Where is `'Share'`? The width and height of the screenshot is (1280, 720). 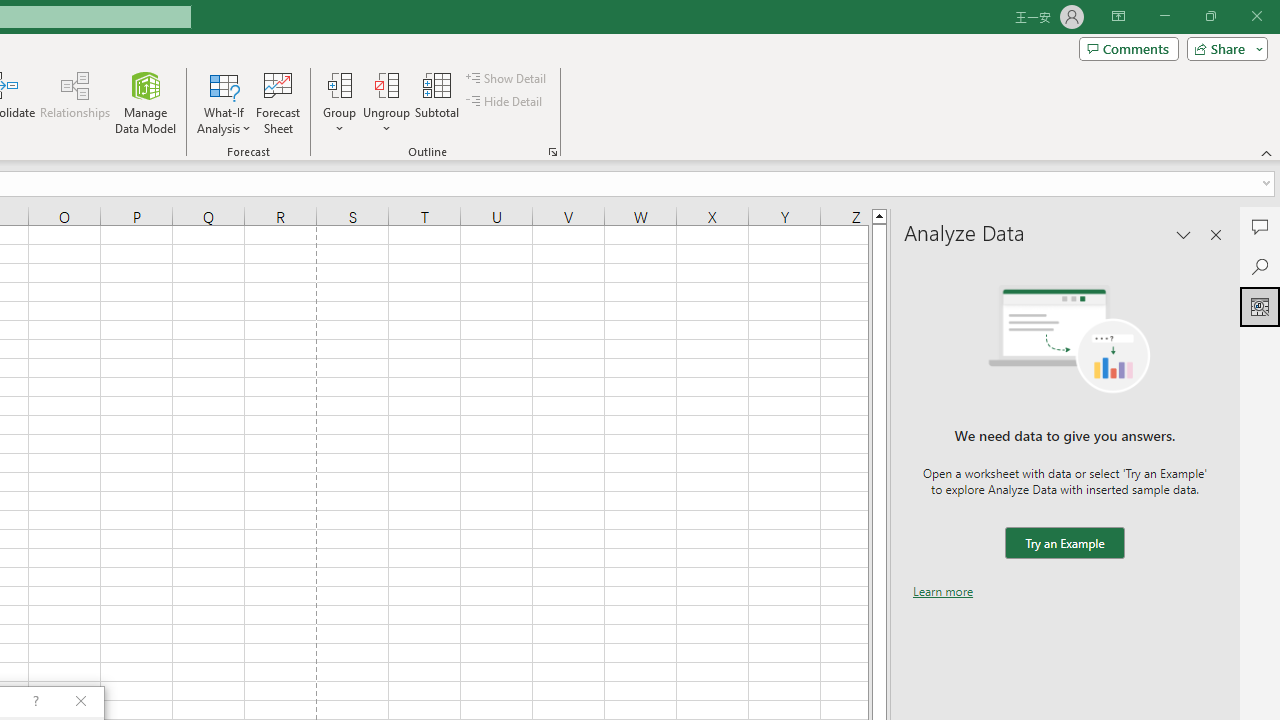 'Share' is located at coordinates (1222, 47).